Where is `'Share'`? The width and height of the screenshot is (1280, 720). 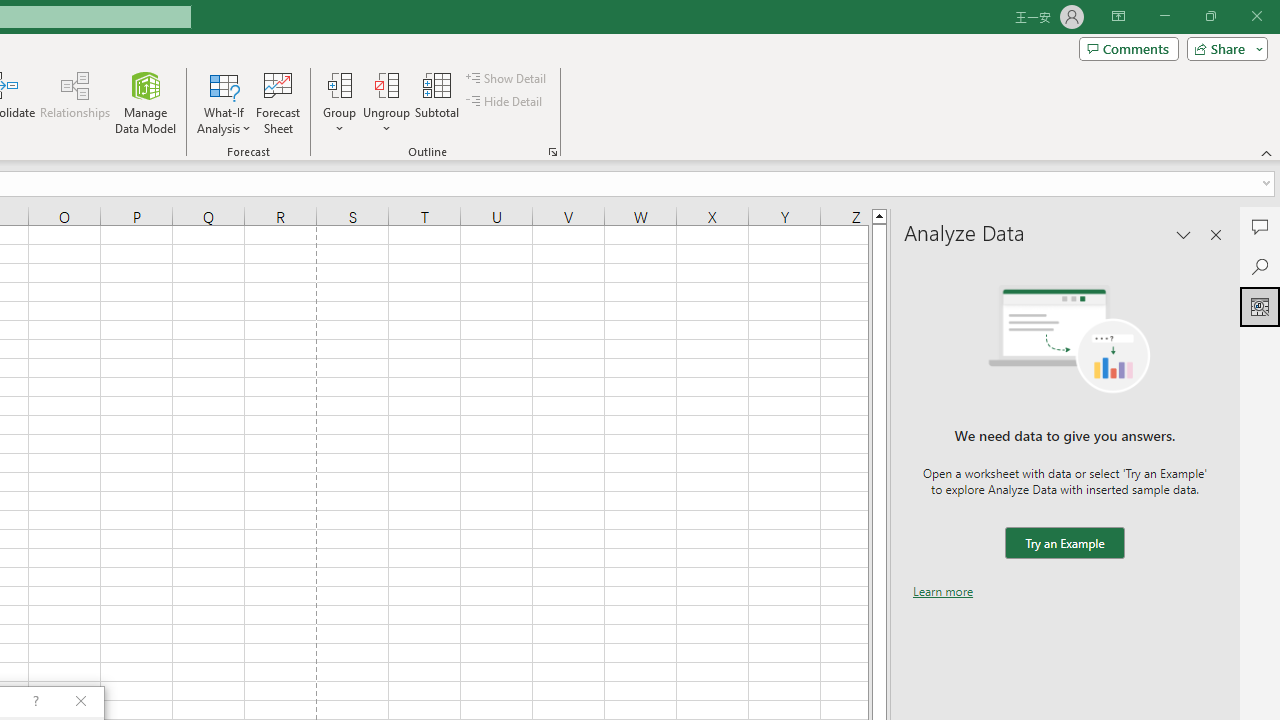 'Share' is located at coordinates (1222, 47).